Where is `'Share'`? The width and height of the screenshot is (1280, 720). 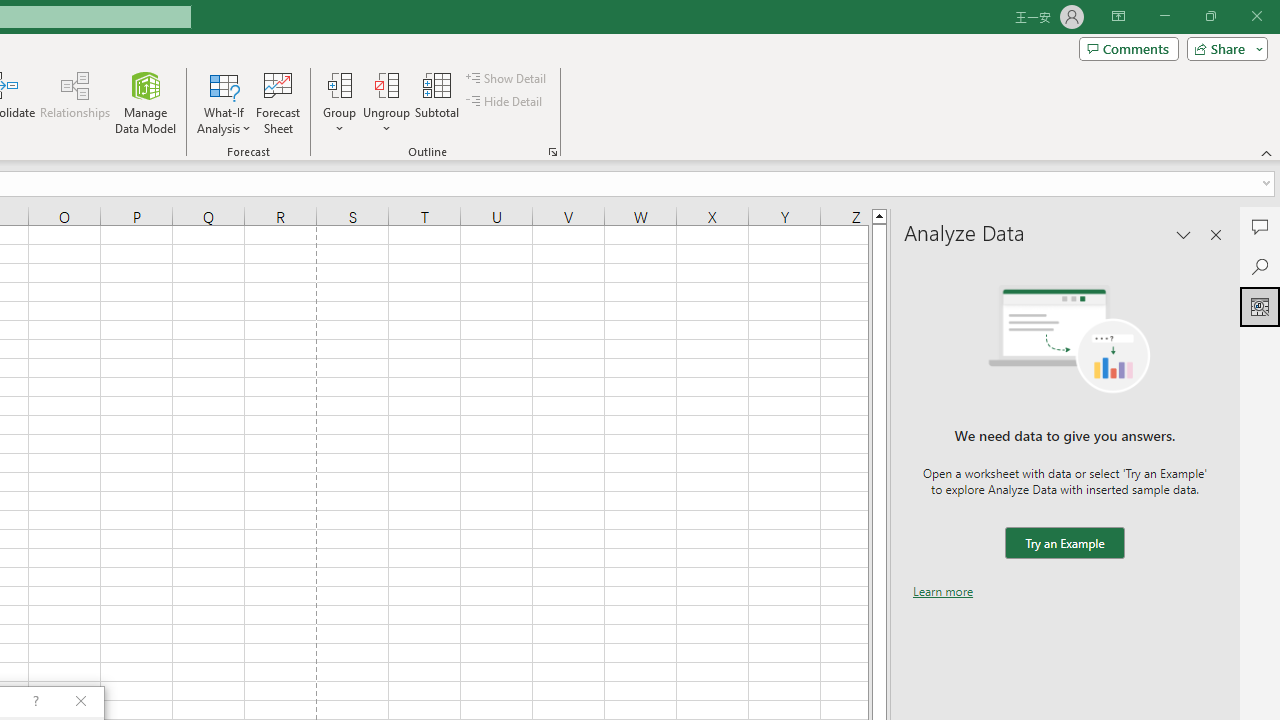 'Share' is located at coordinates (1222, 47).